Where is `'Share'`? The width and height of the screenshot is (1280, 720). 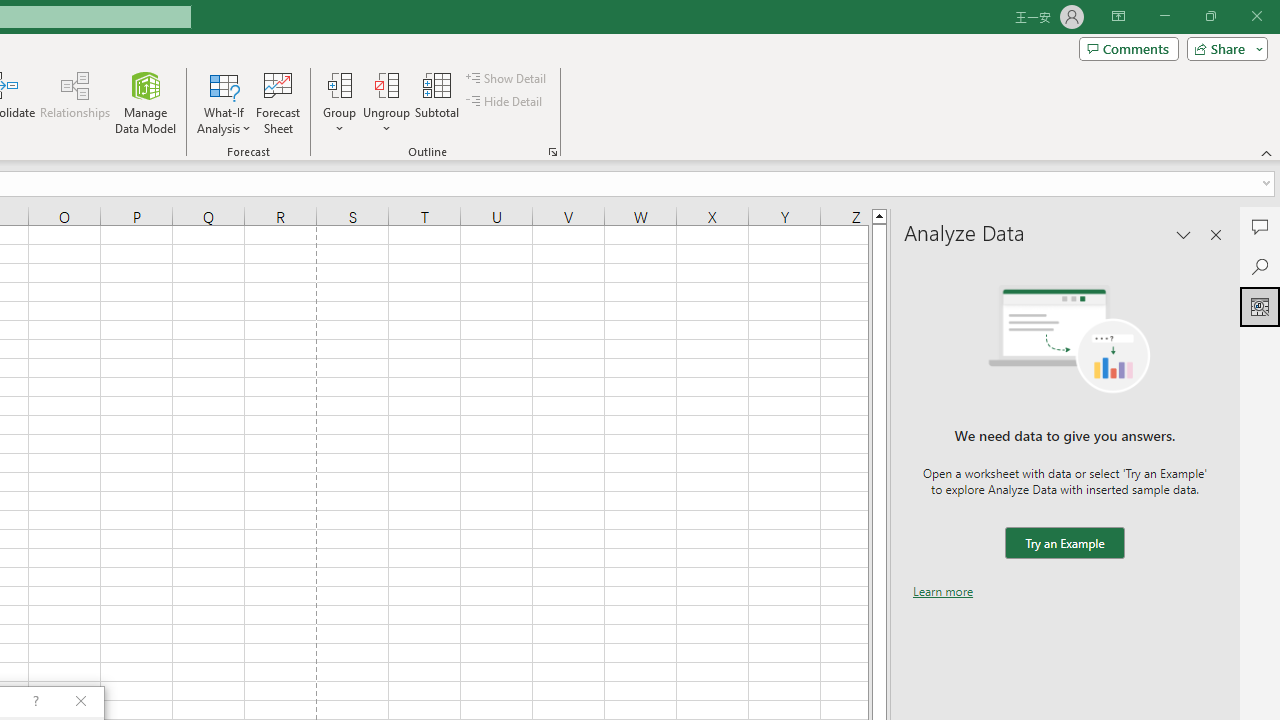 'Share' is located at coordinates (1222, 47).